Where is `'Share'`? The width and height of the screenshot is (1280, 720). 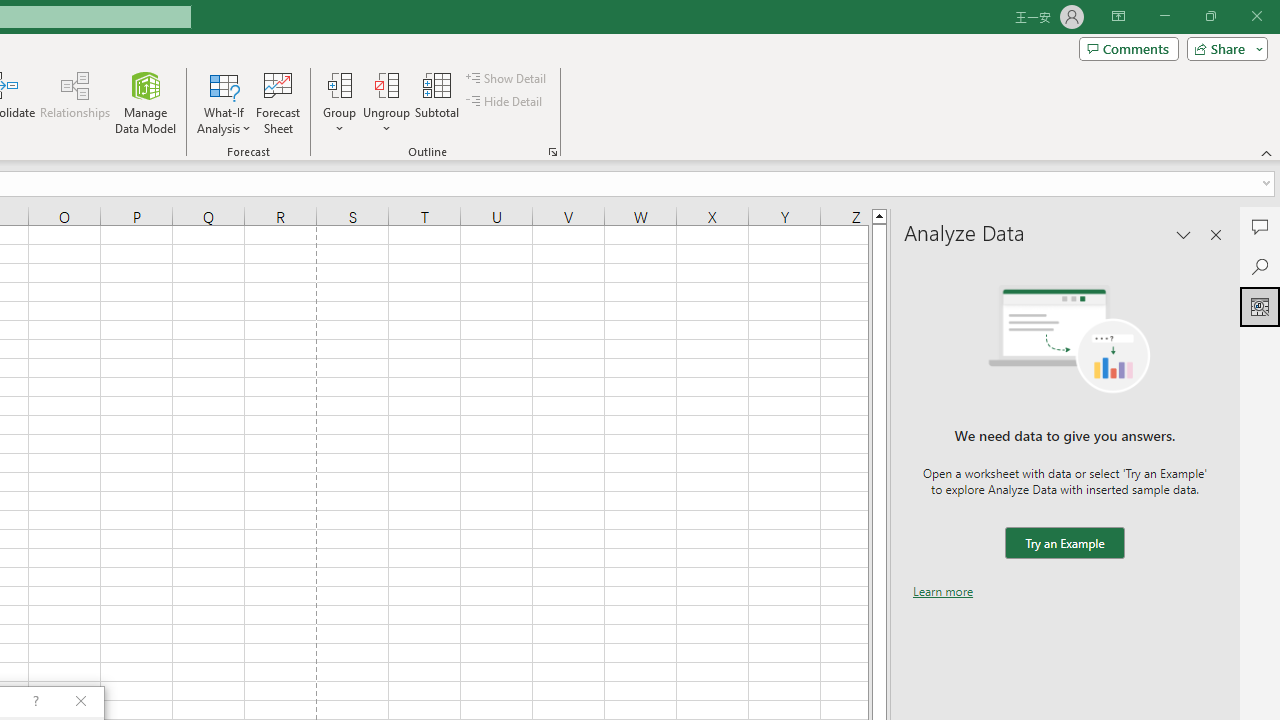 'Share' is located at coordinates (1222, 47).